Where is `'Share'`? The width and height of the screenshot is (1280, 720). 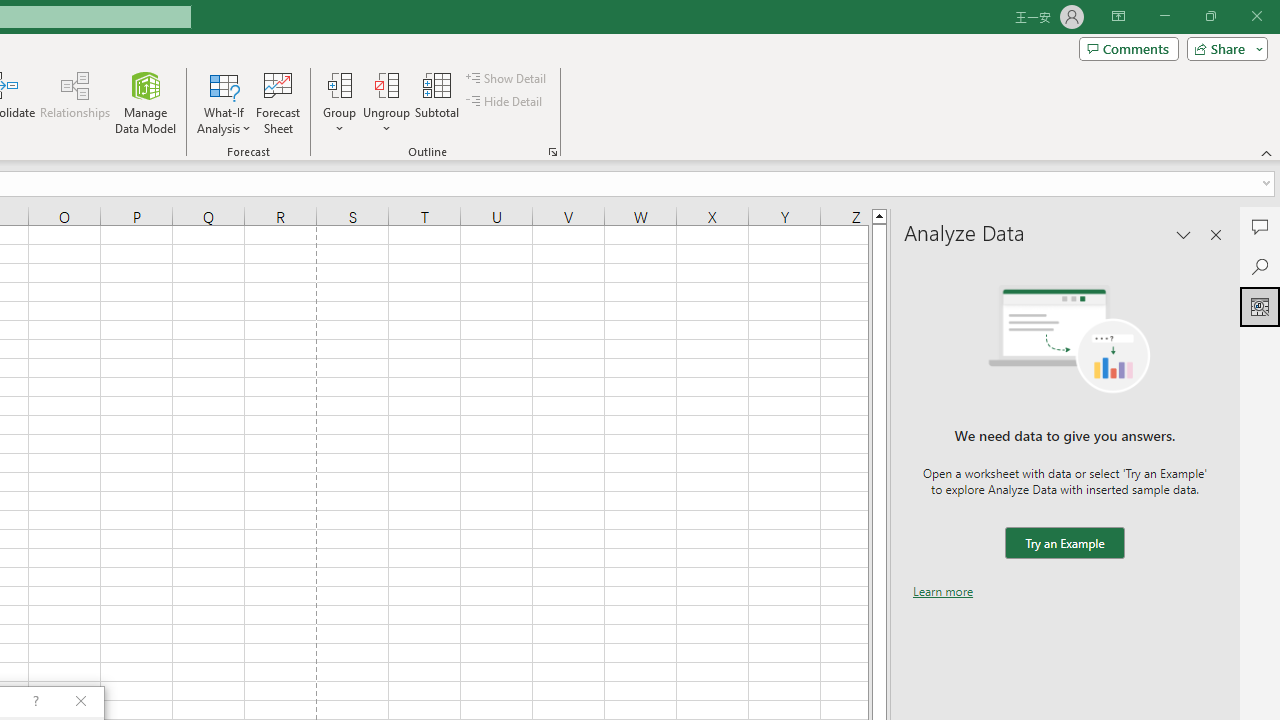 'Share' is located at coordinates (1222, 47).